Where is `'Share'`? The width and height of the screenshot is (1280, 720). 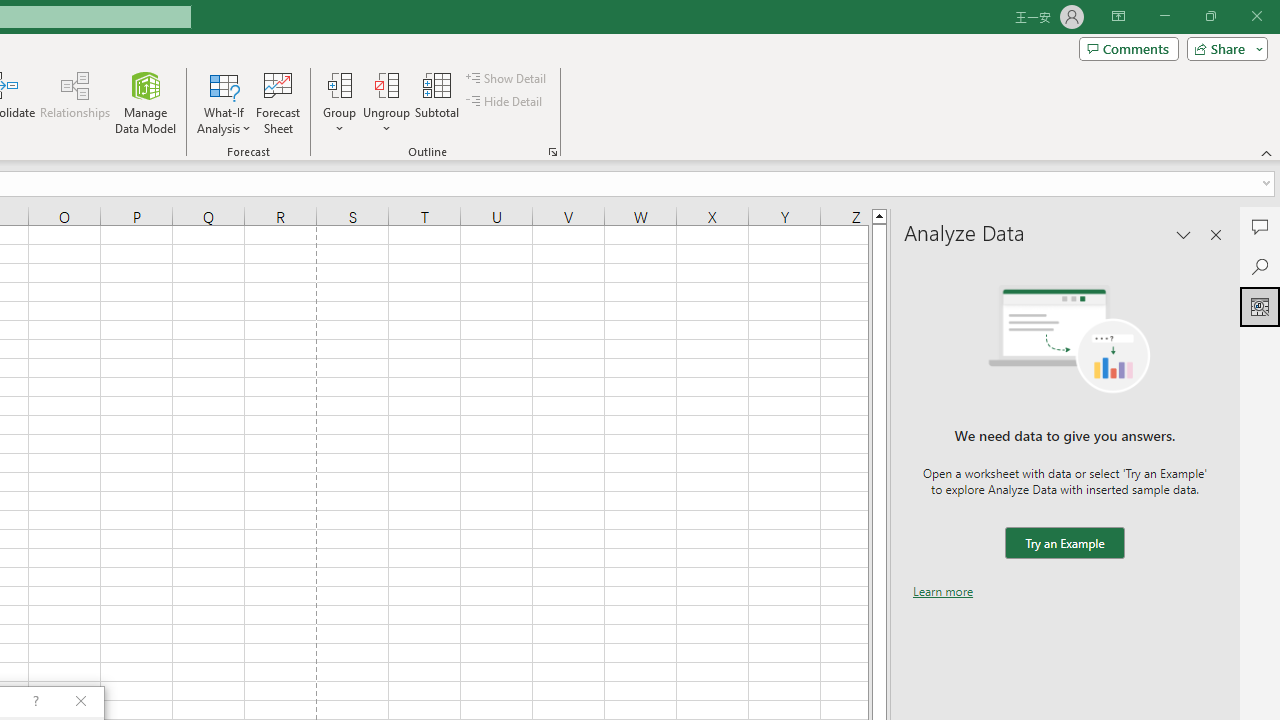 'Share' is located at coordinates (1222, 47).